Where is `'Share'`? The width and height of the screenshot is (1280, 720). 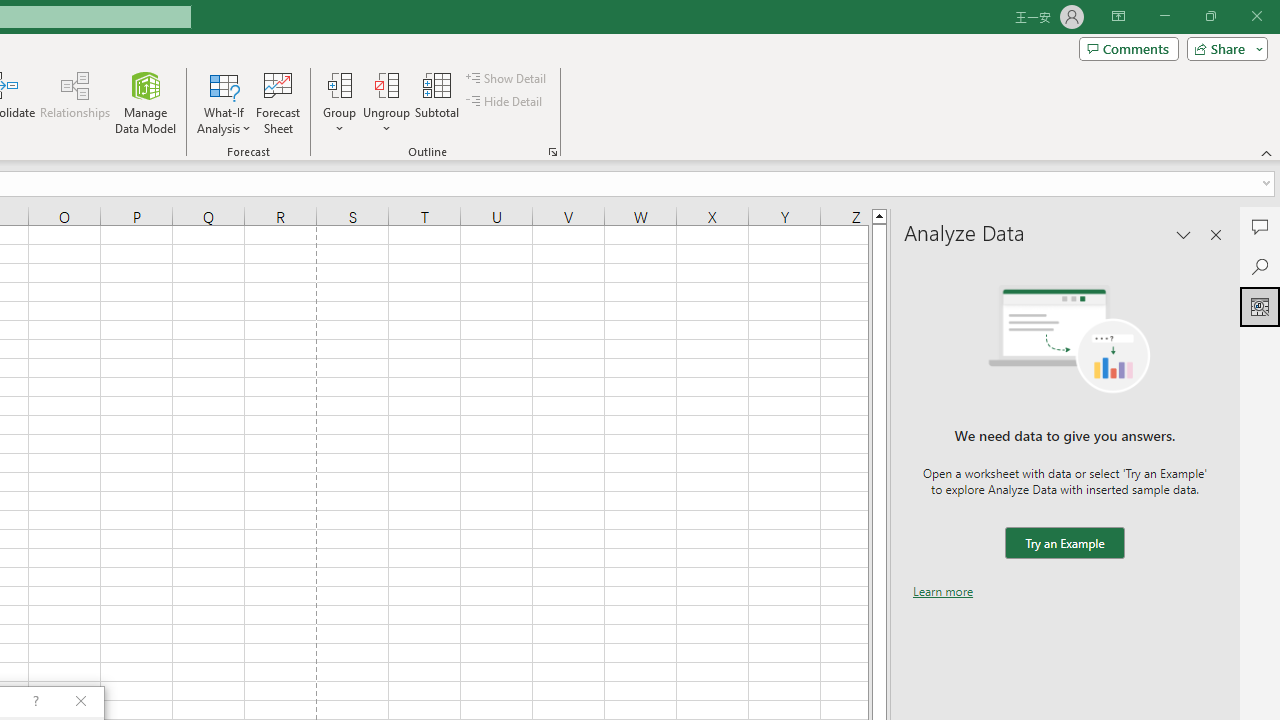 'Share' is located at coordinates (1222, 47).